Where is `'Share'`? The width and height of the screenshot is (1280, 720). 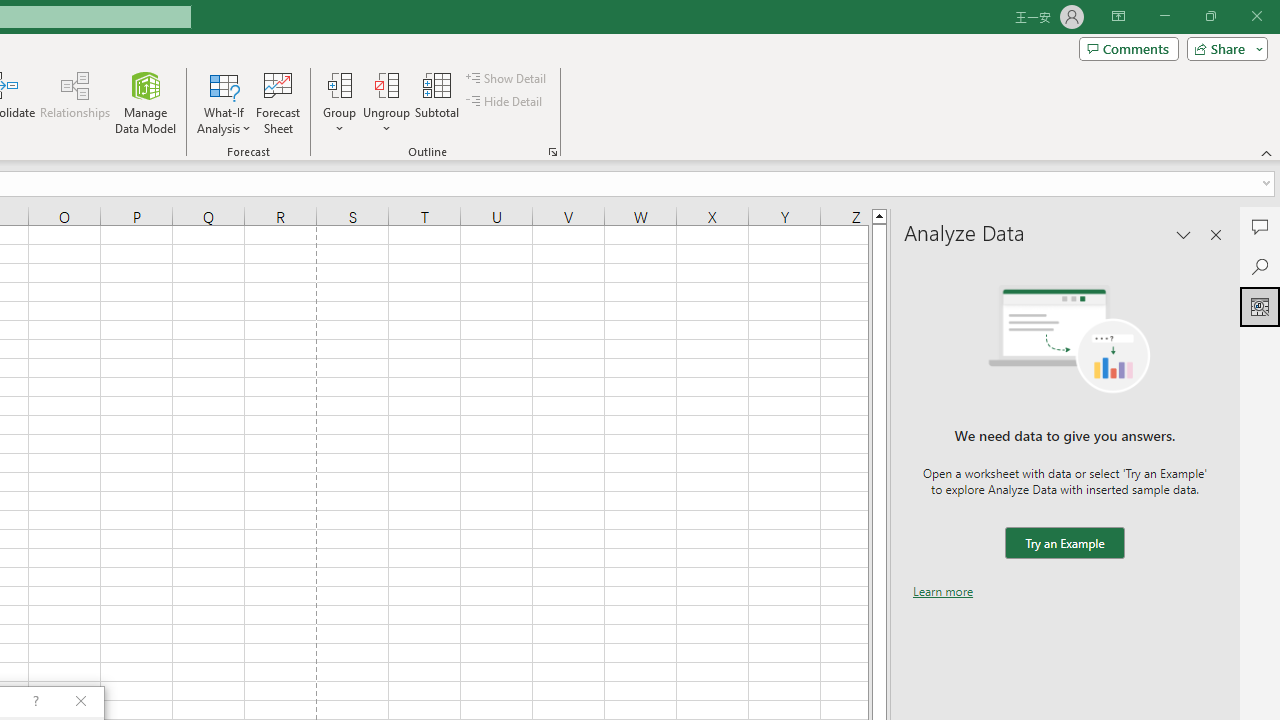 'Share' is located at coordinates (1222, 47).